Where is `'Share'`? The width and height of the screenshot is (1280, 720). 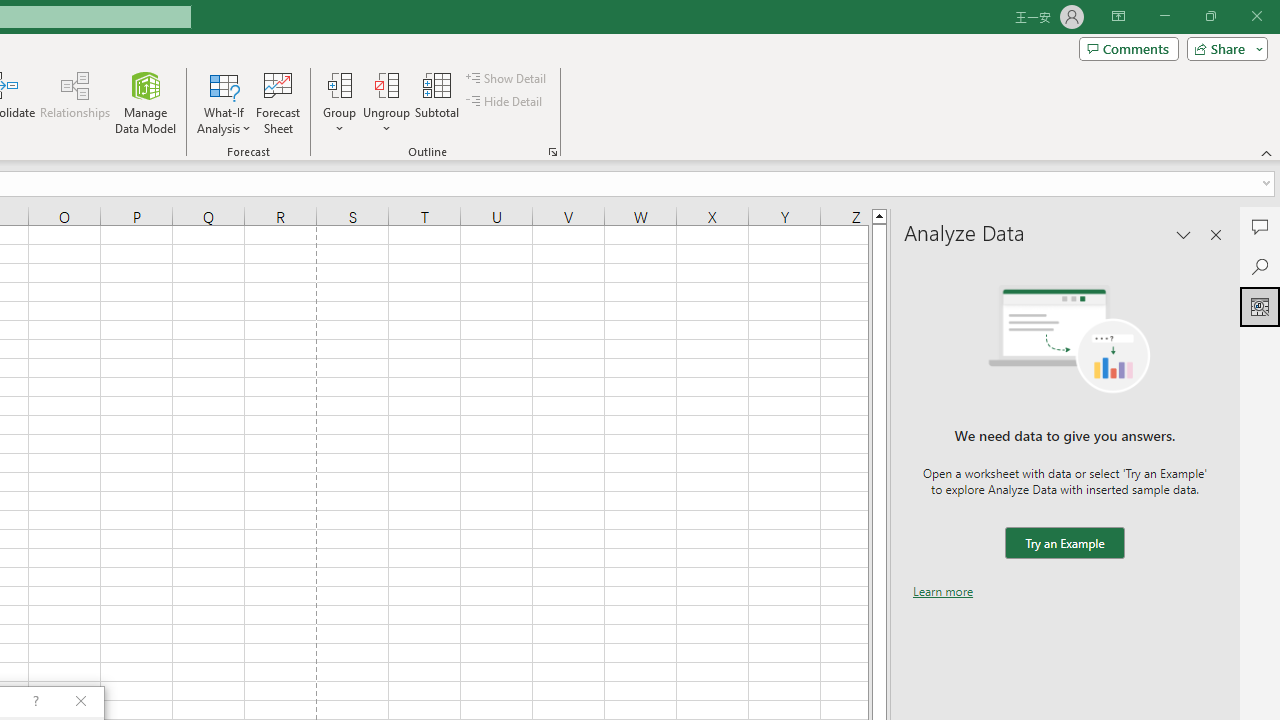 'Share' is located at coordinates (1222, 47).